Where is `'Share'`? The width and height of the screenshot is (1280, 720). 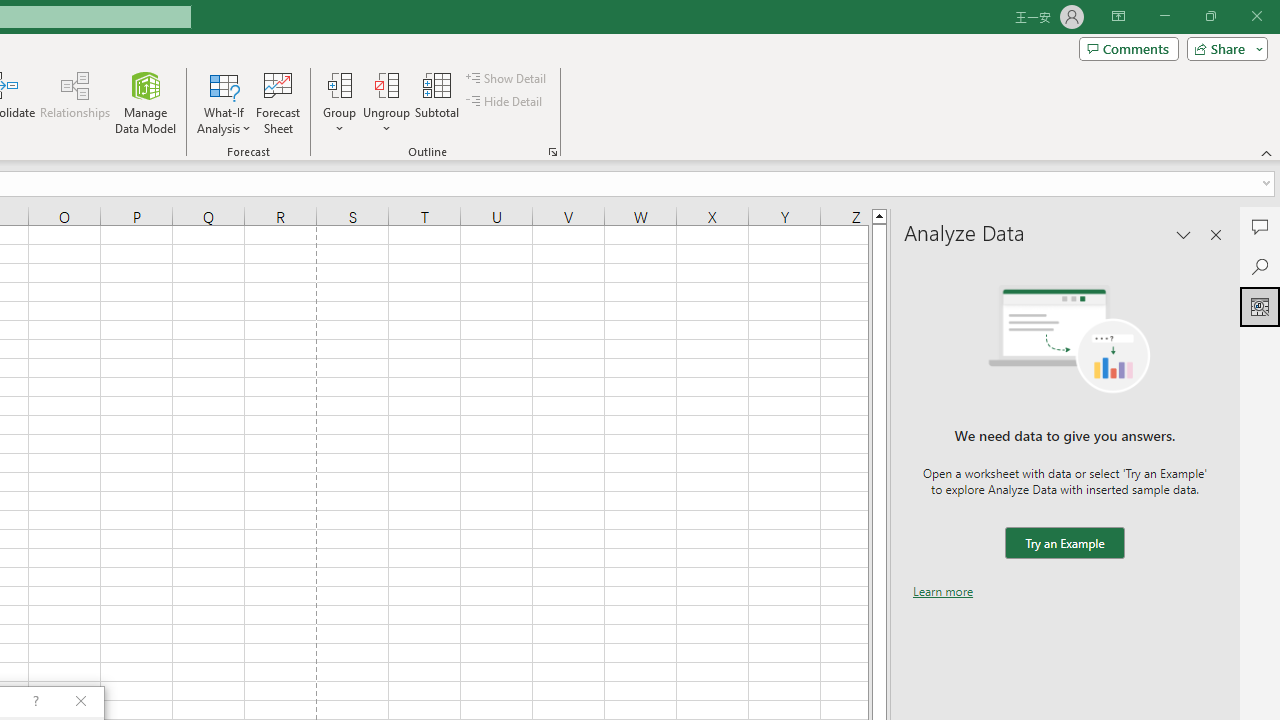 'Share' is located at coordinates (1222, 47).